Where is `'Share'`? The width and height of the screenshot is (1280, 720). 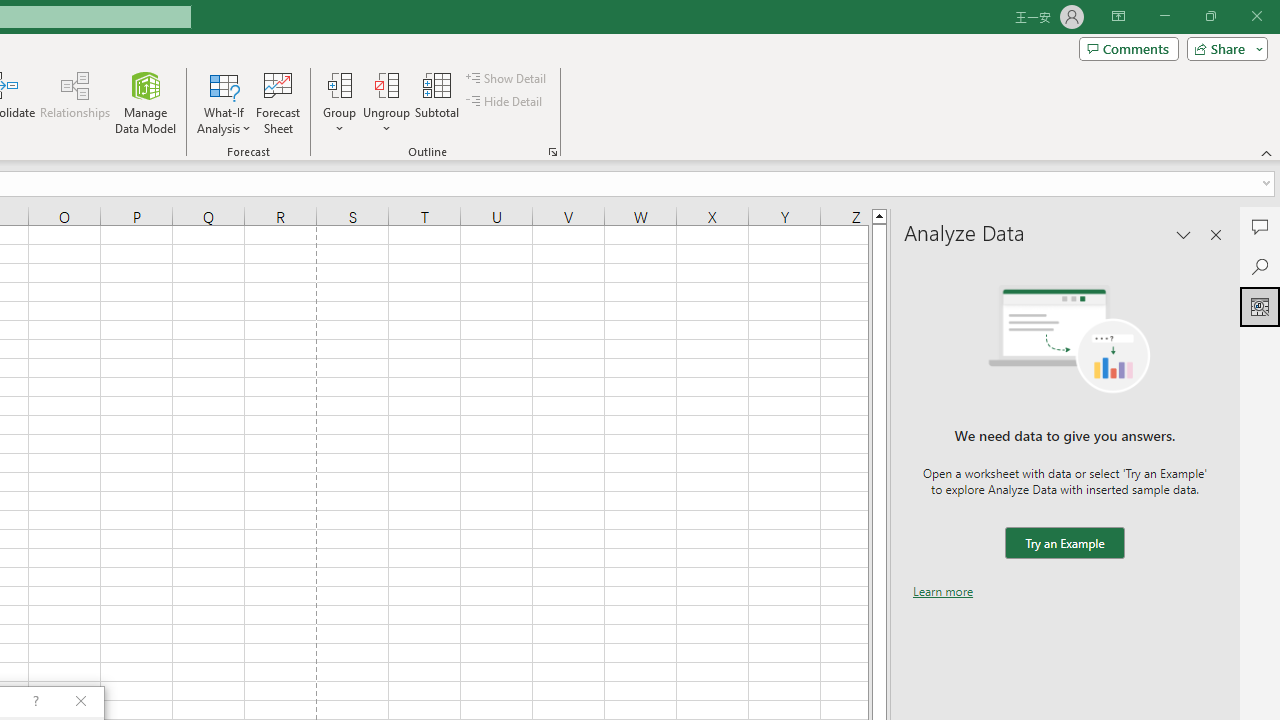 'Share' is located at coordinates (1222, 47).